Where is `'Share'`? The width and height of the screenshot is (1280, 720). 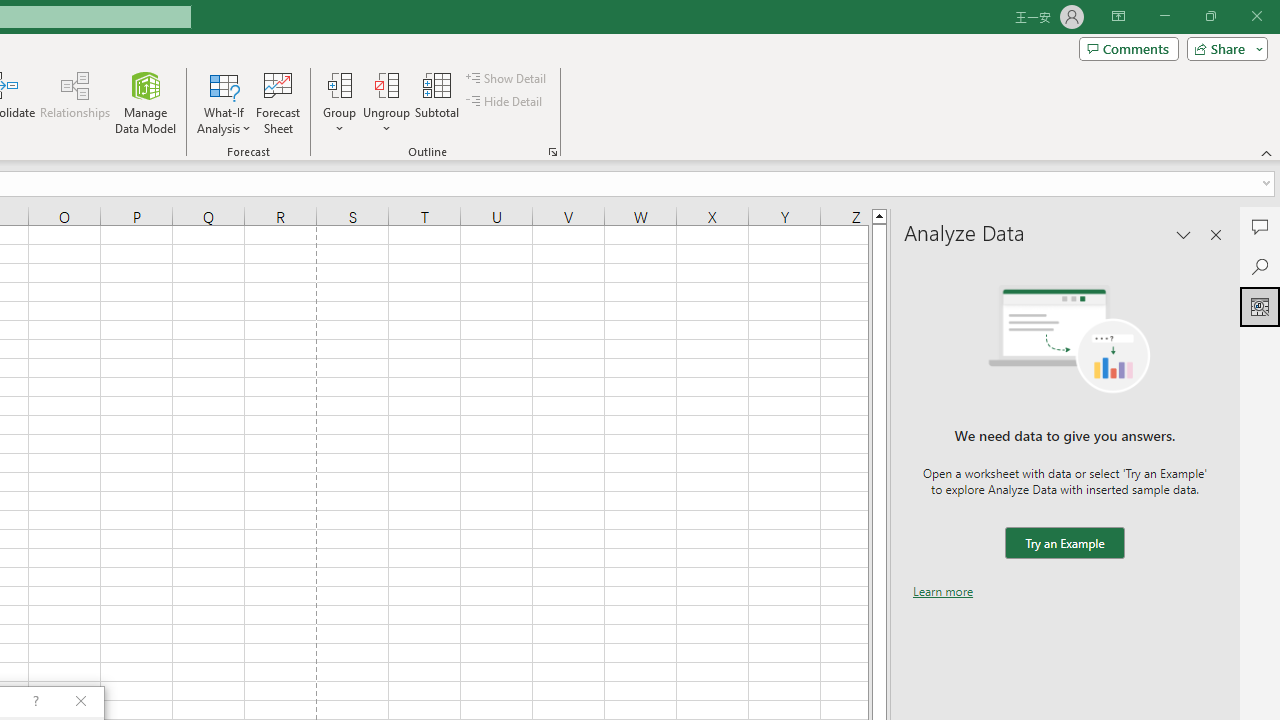 'Share' is located at coordinates (1222, 47).